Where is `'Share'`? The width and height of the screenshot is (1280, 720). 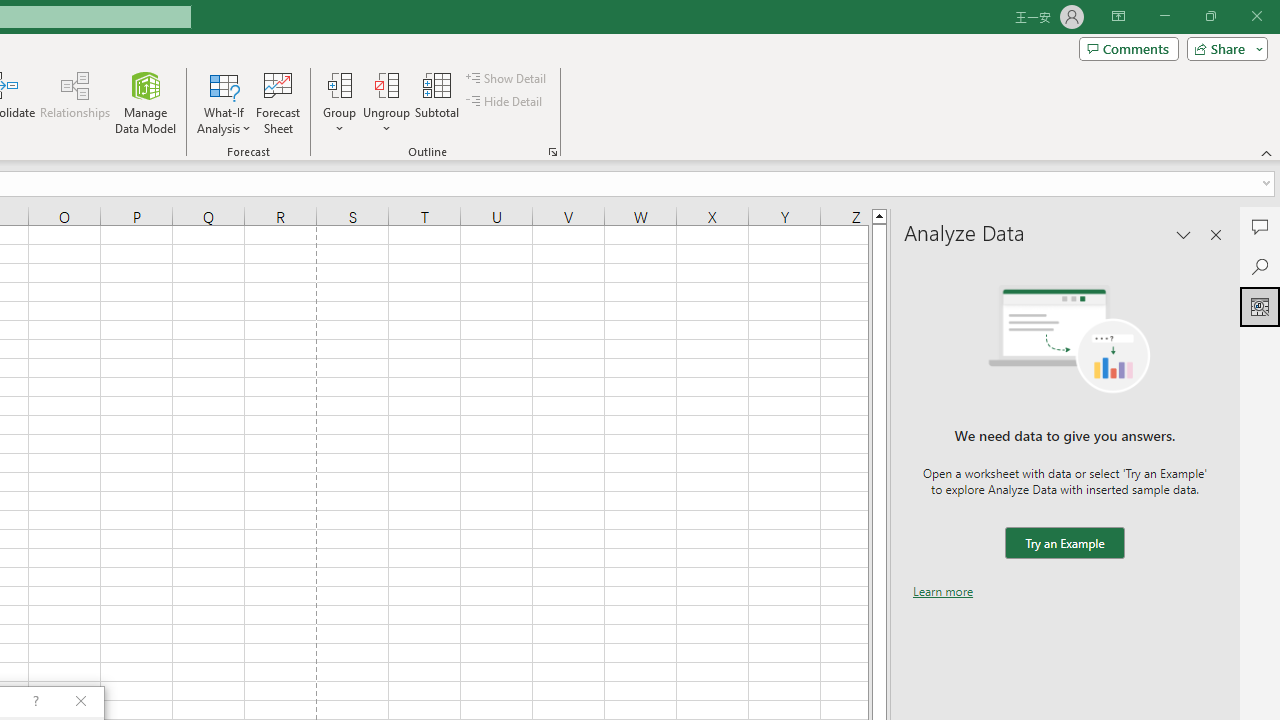 'Share' is located at coordinates (1222, 47).